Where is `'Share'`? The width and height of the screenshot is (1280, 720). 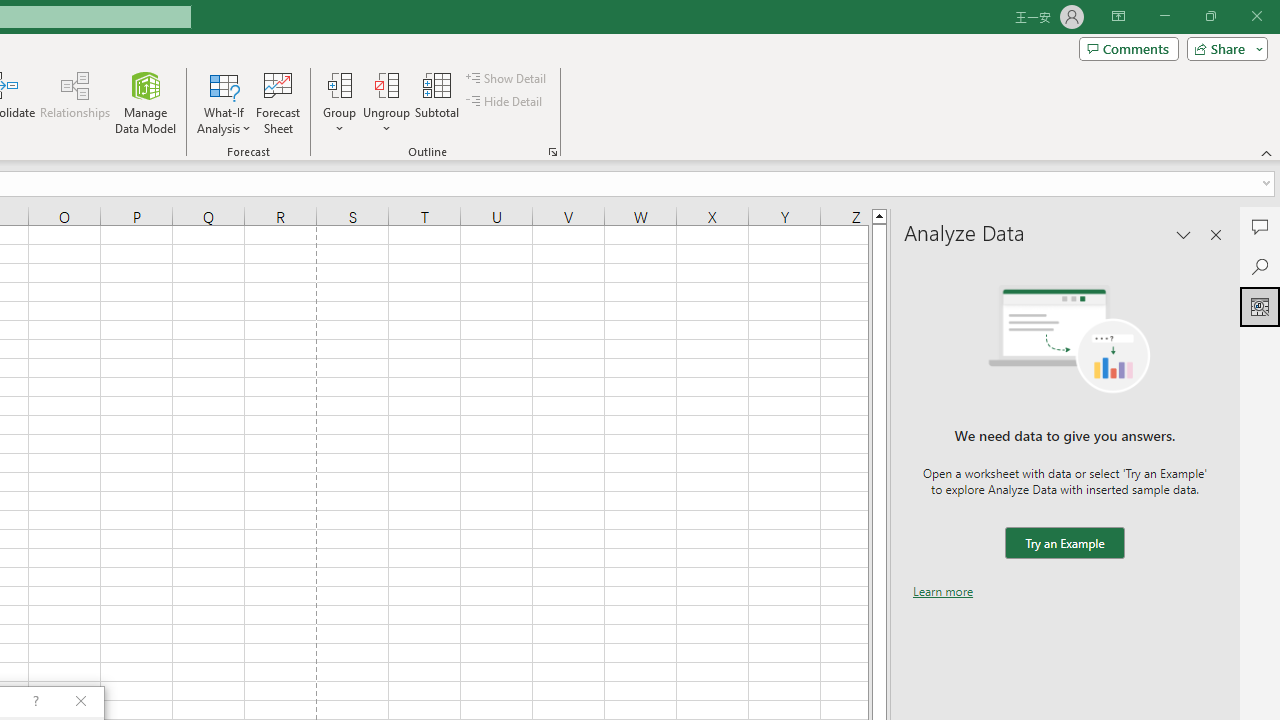 'Share' is located at coordinates (1222, 47).